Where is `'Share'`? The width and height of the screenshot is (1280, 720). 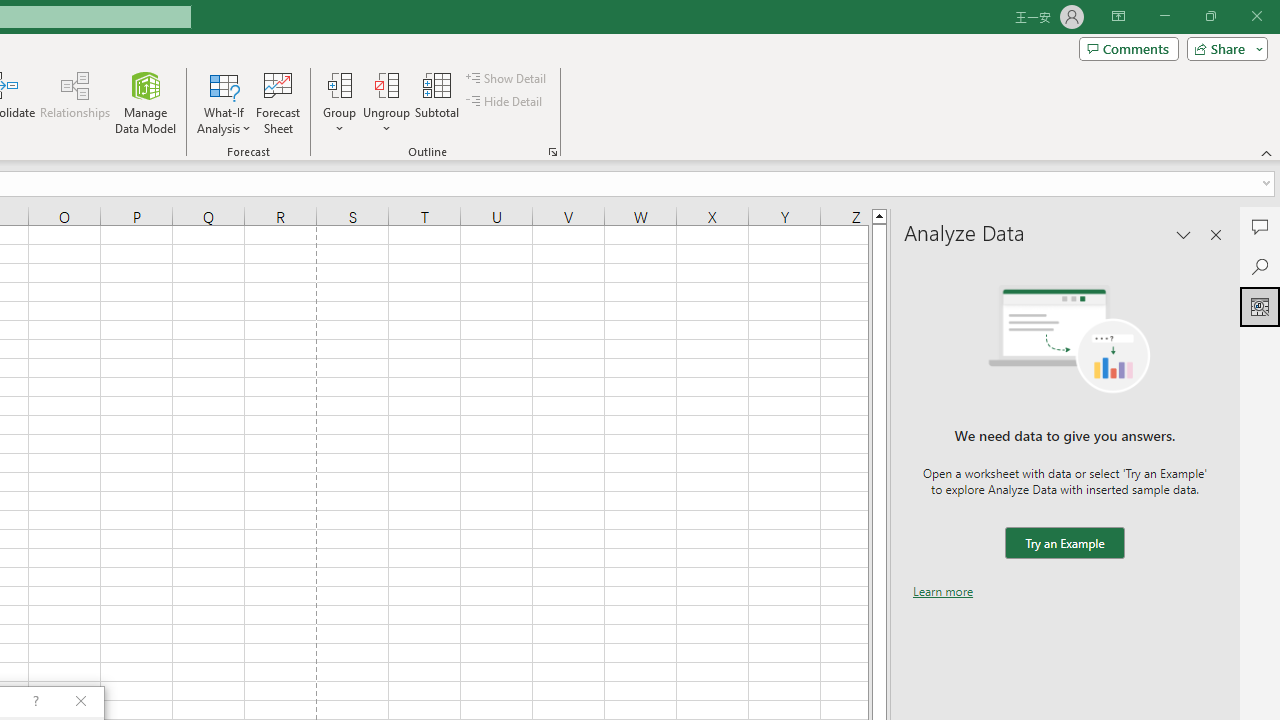 'Share' is located at coordinates (1222, 47).